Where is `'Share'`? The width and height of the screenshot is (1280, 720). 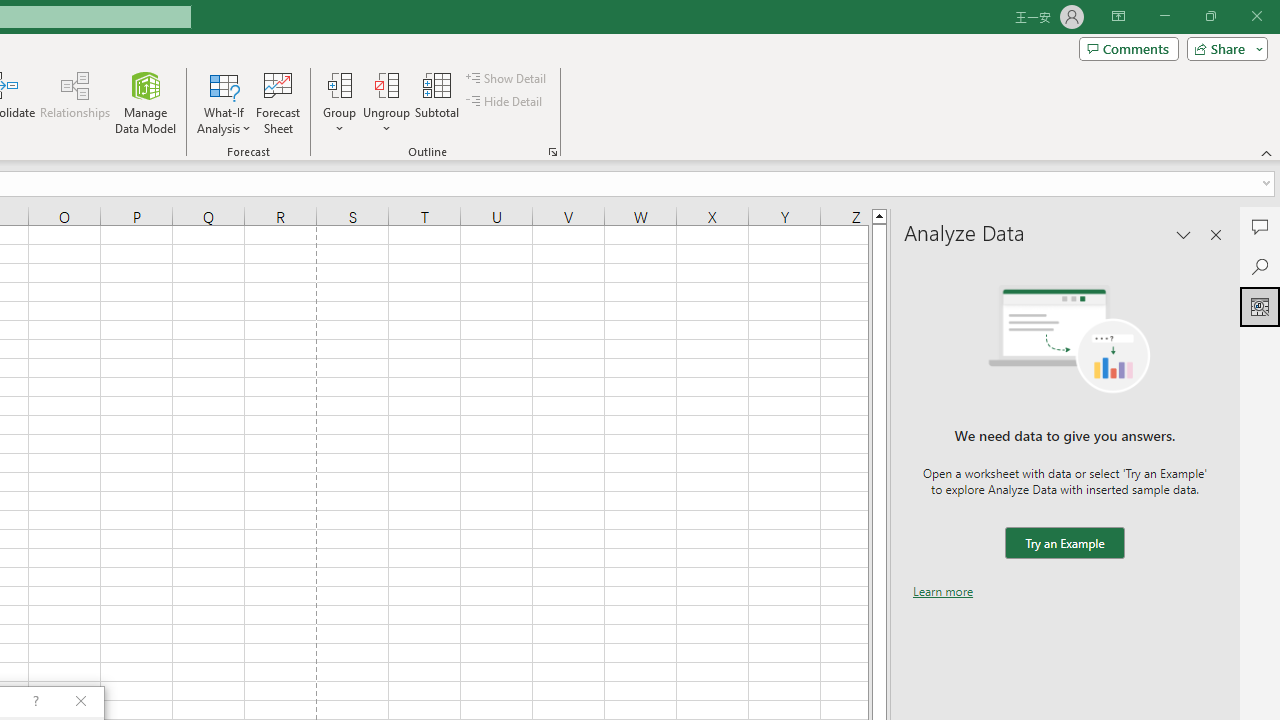 'Share' is located at coordinates (1222, 47).